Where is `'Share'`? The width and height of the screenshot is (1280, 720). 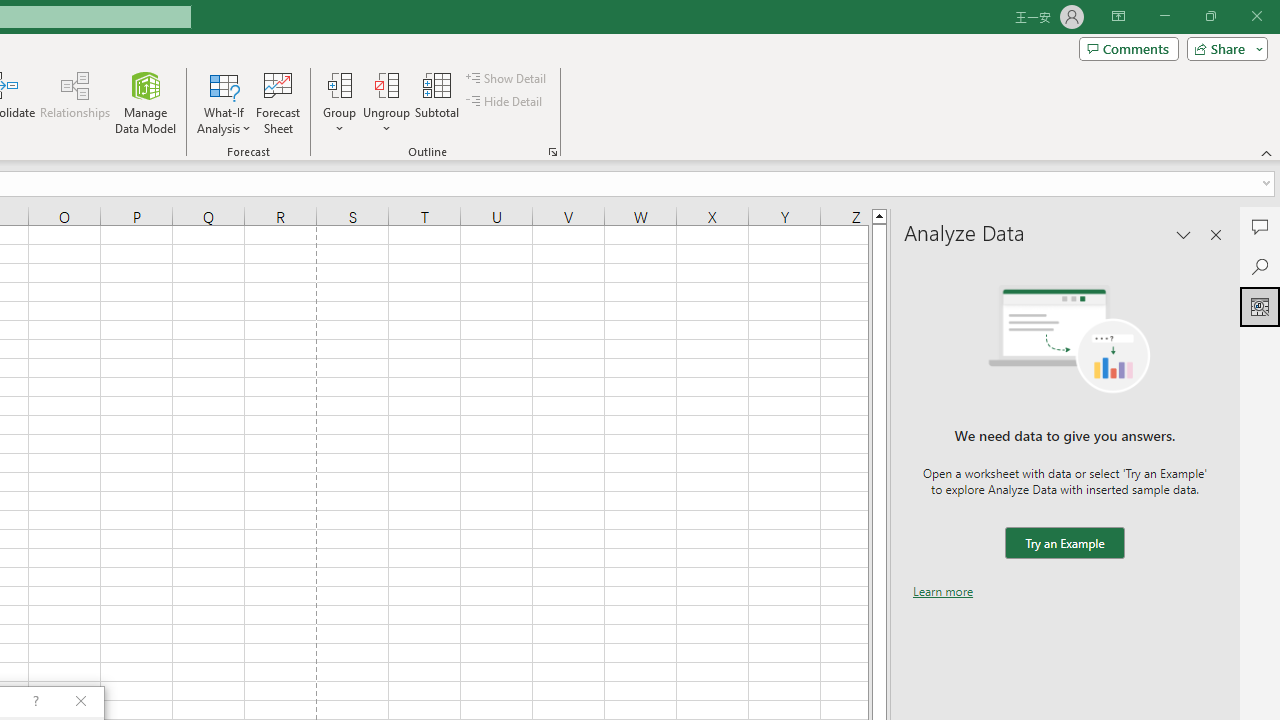 'Share' is located at coordinates (1222, 47).